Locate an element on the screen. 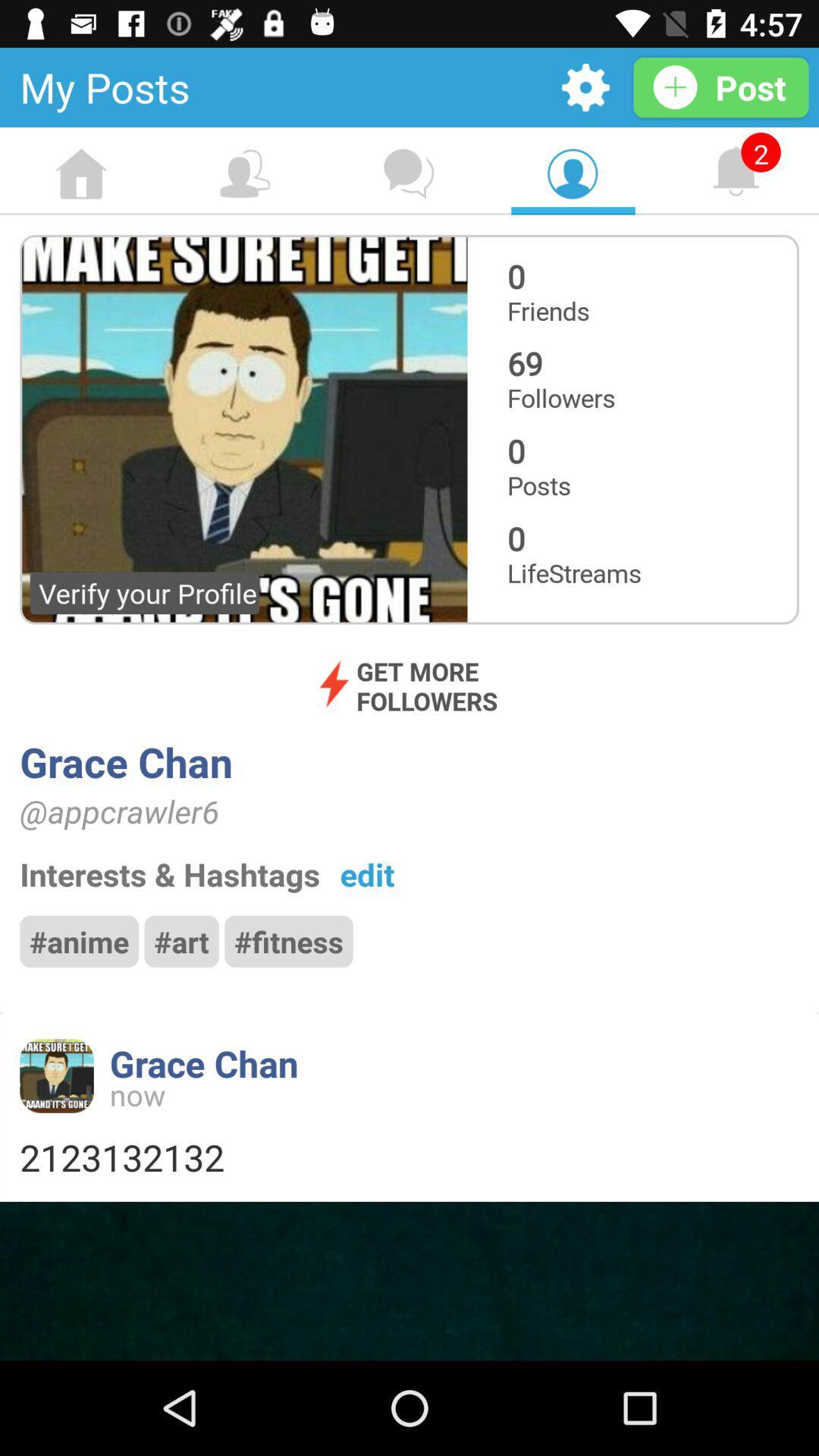  the 2nd icon from left just below text my posts is located at coordinates (244, 174).